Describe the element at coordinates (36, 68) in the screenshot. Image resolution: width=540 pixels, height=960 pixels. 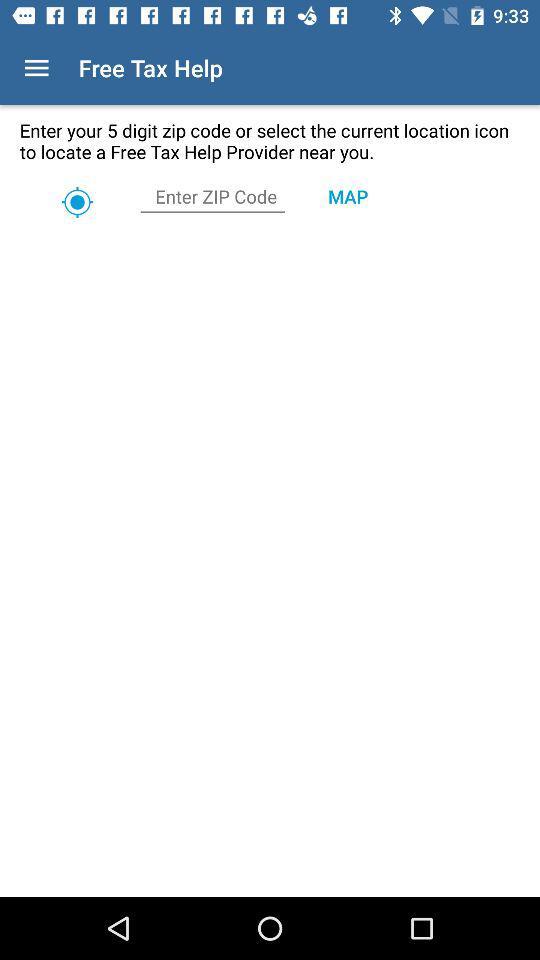
I see `the app next to the free tax help app` at that location.